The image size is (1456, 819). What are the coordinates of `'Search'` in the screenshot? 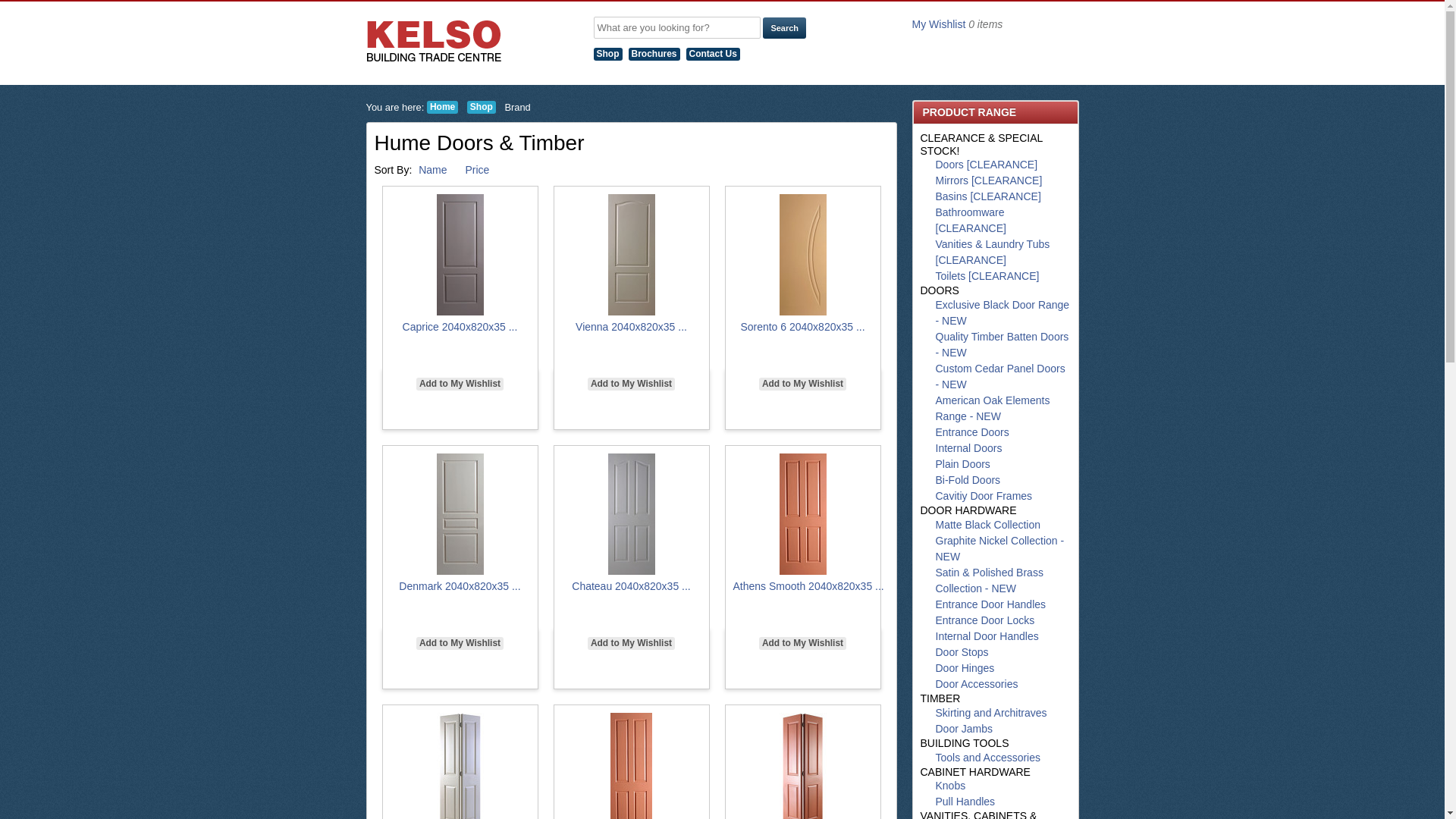 It's located at (784, 28).